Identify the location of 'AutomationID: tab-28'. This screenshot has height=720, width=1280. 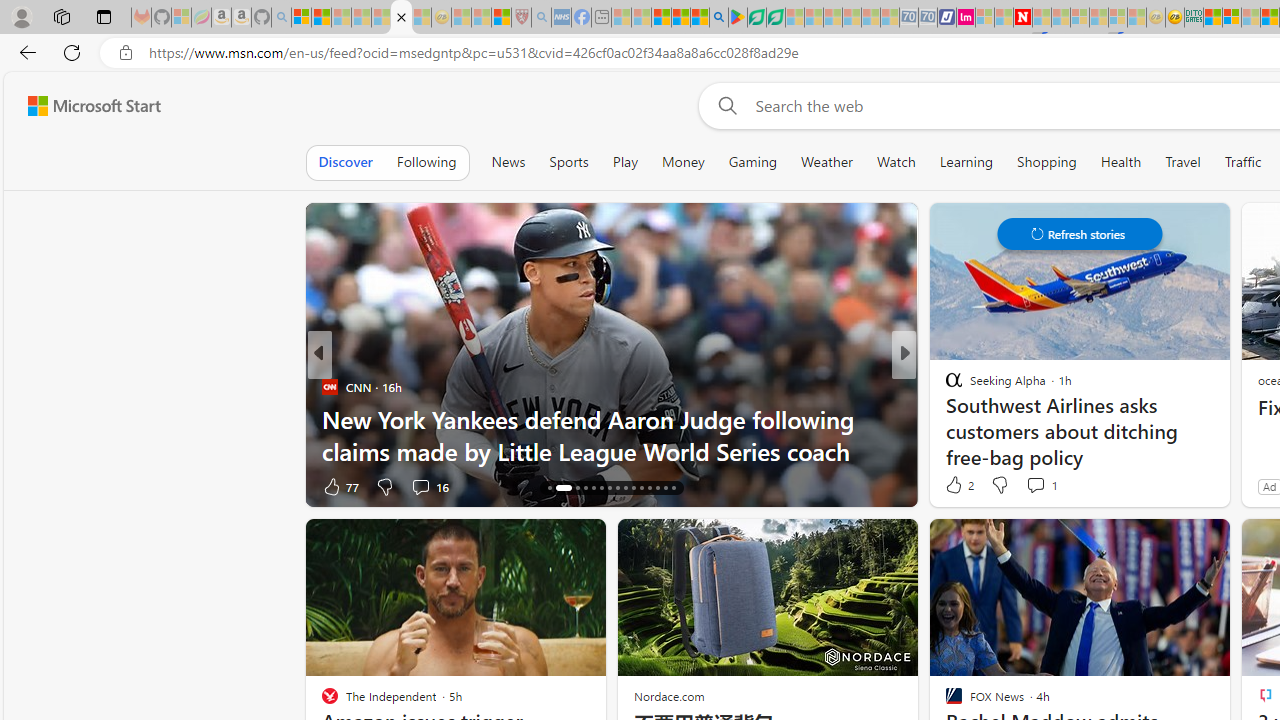
(657, 488).